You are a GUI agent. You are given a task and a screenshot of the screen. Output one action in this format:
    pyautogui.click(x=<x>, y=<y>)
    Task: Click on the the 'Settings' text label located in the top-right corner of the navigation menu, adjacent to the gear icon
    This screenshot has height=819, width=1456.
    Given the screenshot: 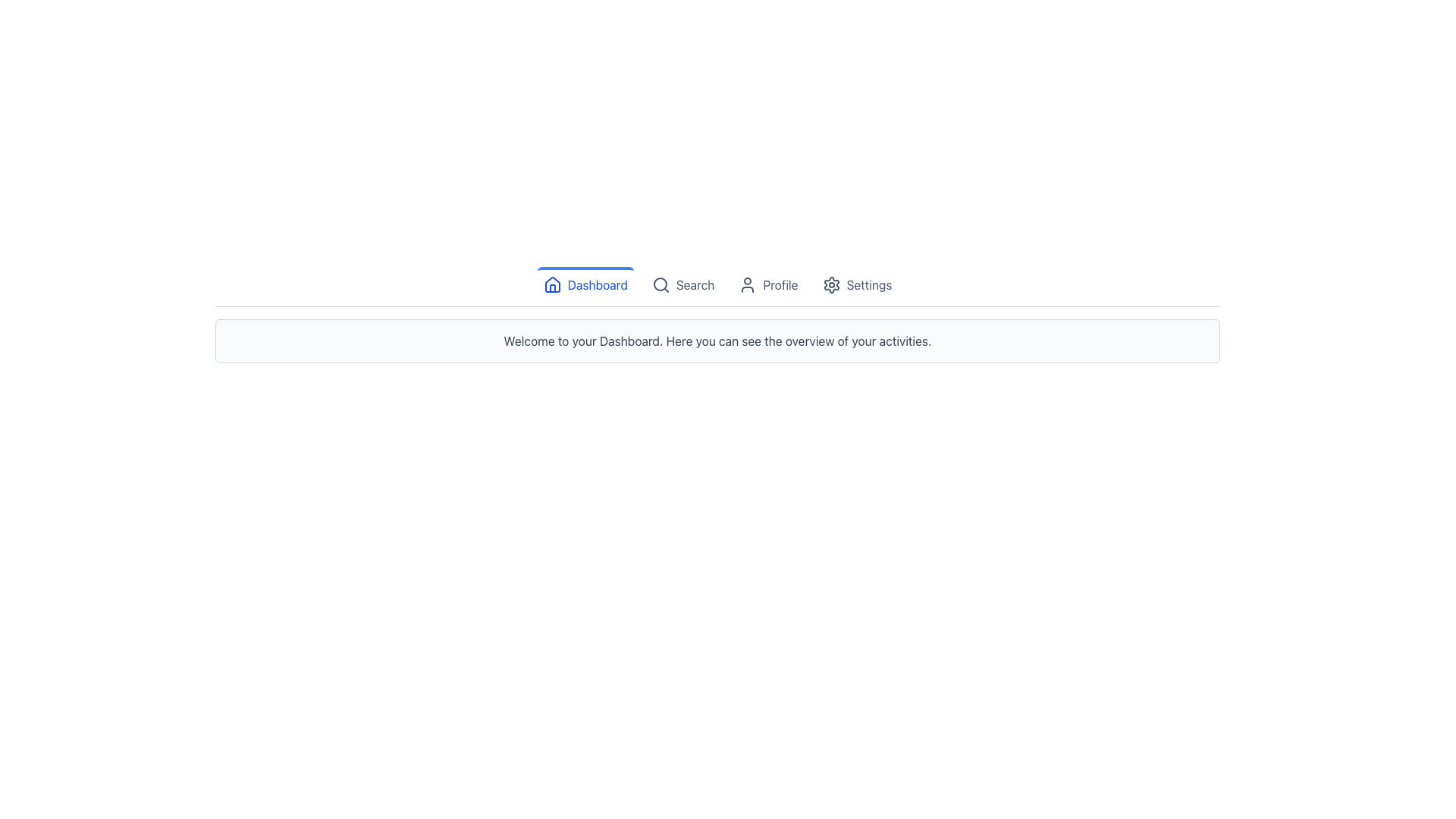 What is the action you would take?
    pyautogui.click(x=869, y=284)
    